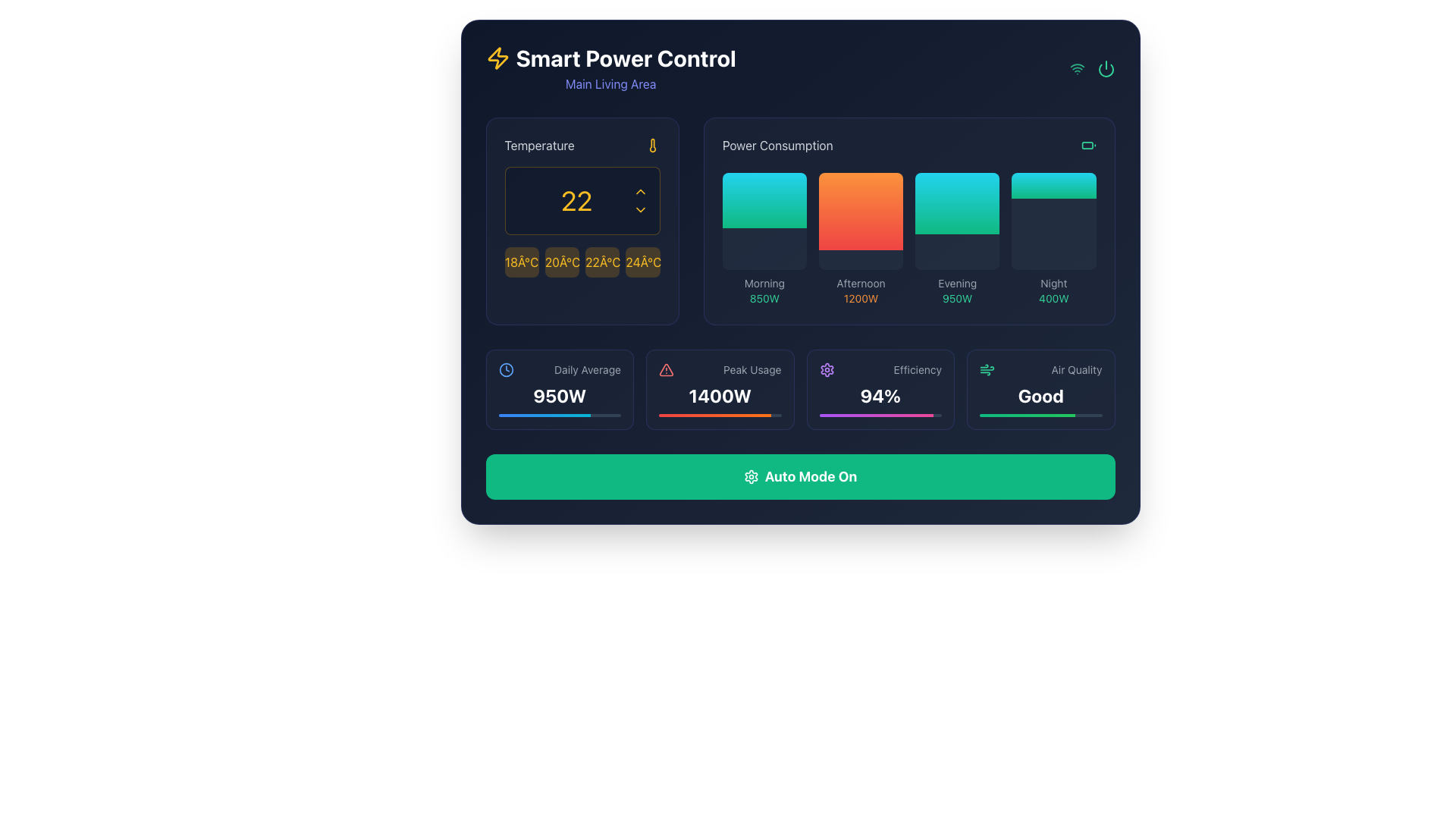 Image resolution: width=1456 pixels, height=819 pixels. What do you see at coordinates (880, 415) in the screenshot?
I see `the progress bar located beneath the '94%' percentage text in the 'Efficiency' section, which has a dark background and a gradient-filled bar flowing from purple to pink` at bounding box center [880, 415].